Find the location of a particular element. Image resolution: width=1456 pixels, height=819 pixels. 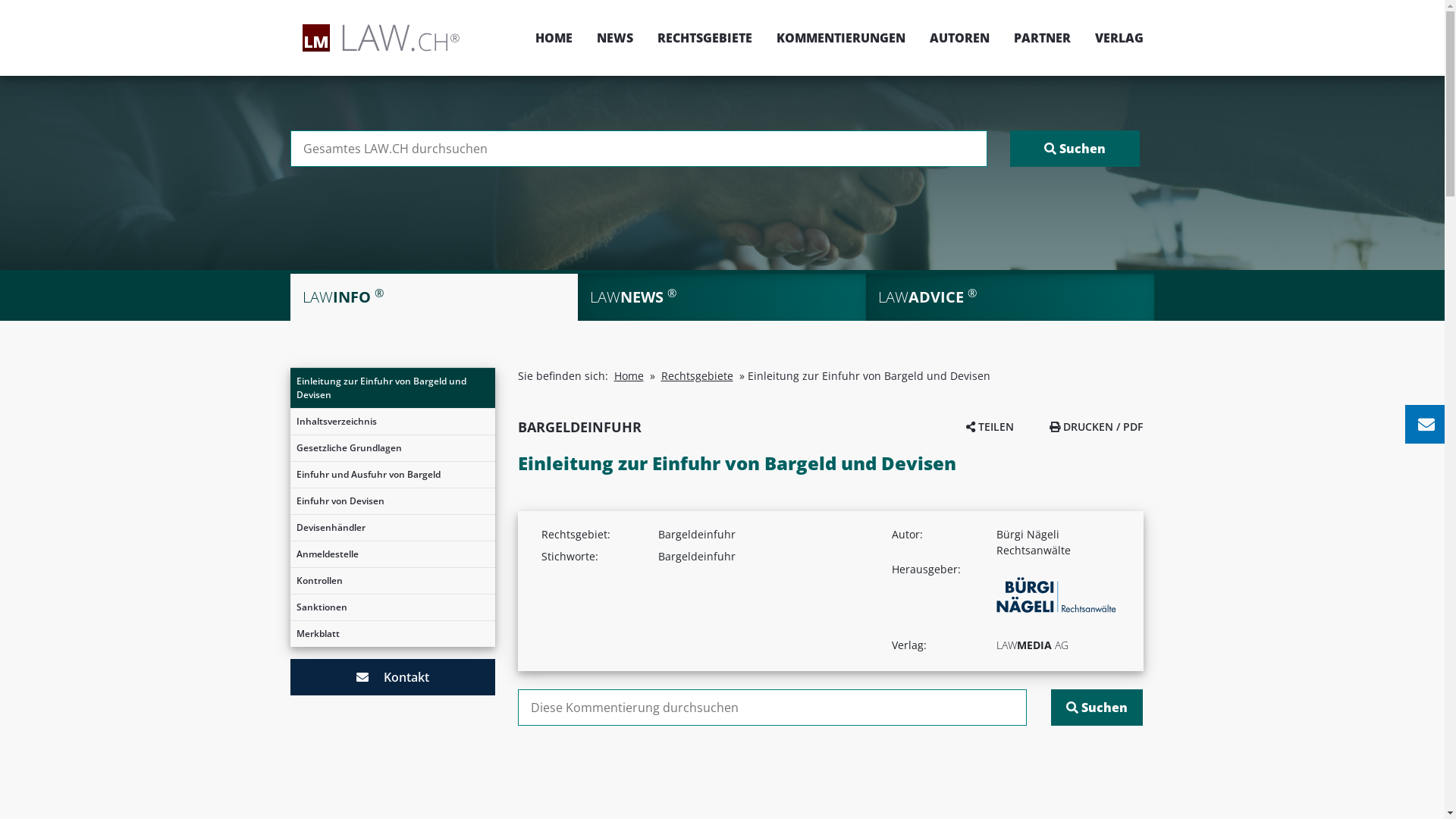

'VERLAG' is located at coordinates (1113, 37).